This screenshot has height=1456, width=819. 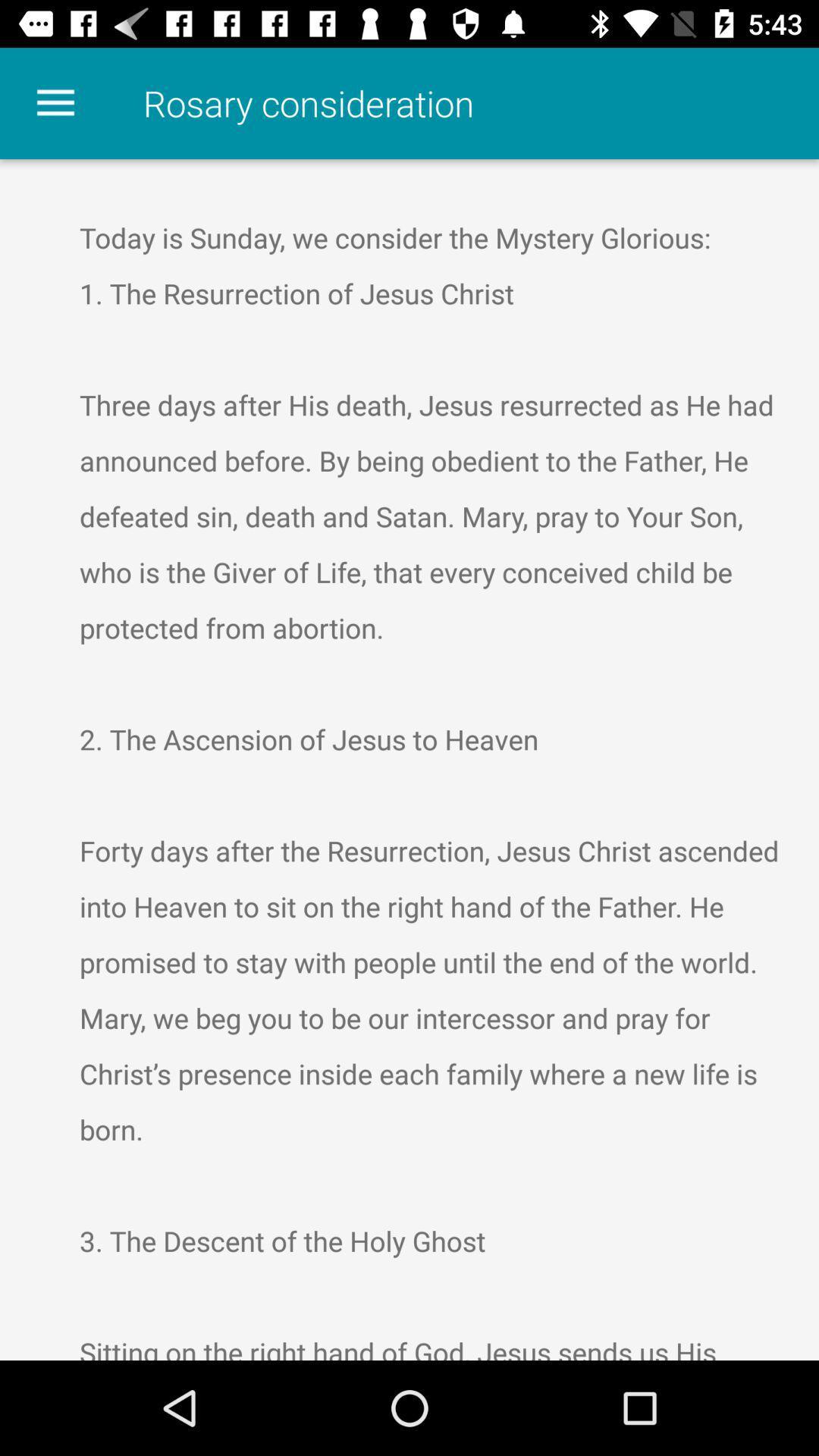 What do you see at coordinates (55, 102) in the screenshot?
I see `icon at the top left corner` at bounding box center [55, 102].